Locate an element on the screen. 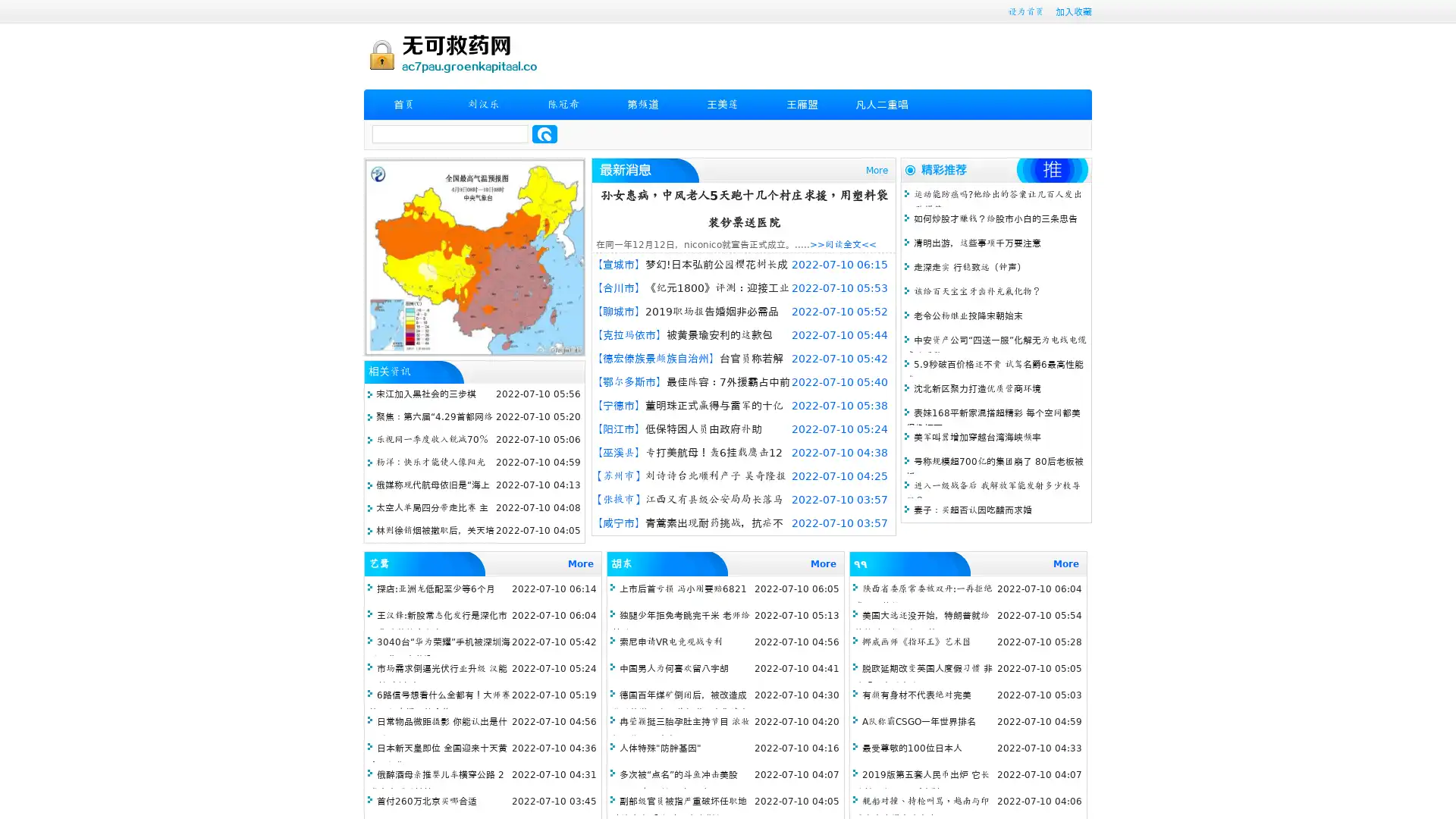 The width and height of the screenshot is (1456, 819). Search is located at coordinates (544, 133).